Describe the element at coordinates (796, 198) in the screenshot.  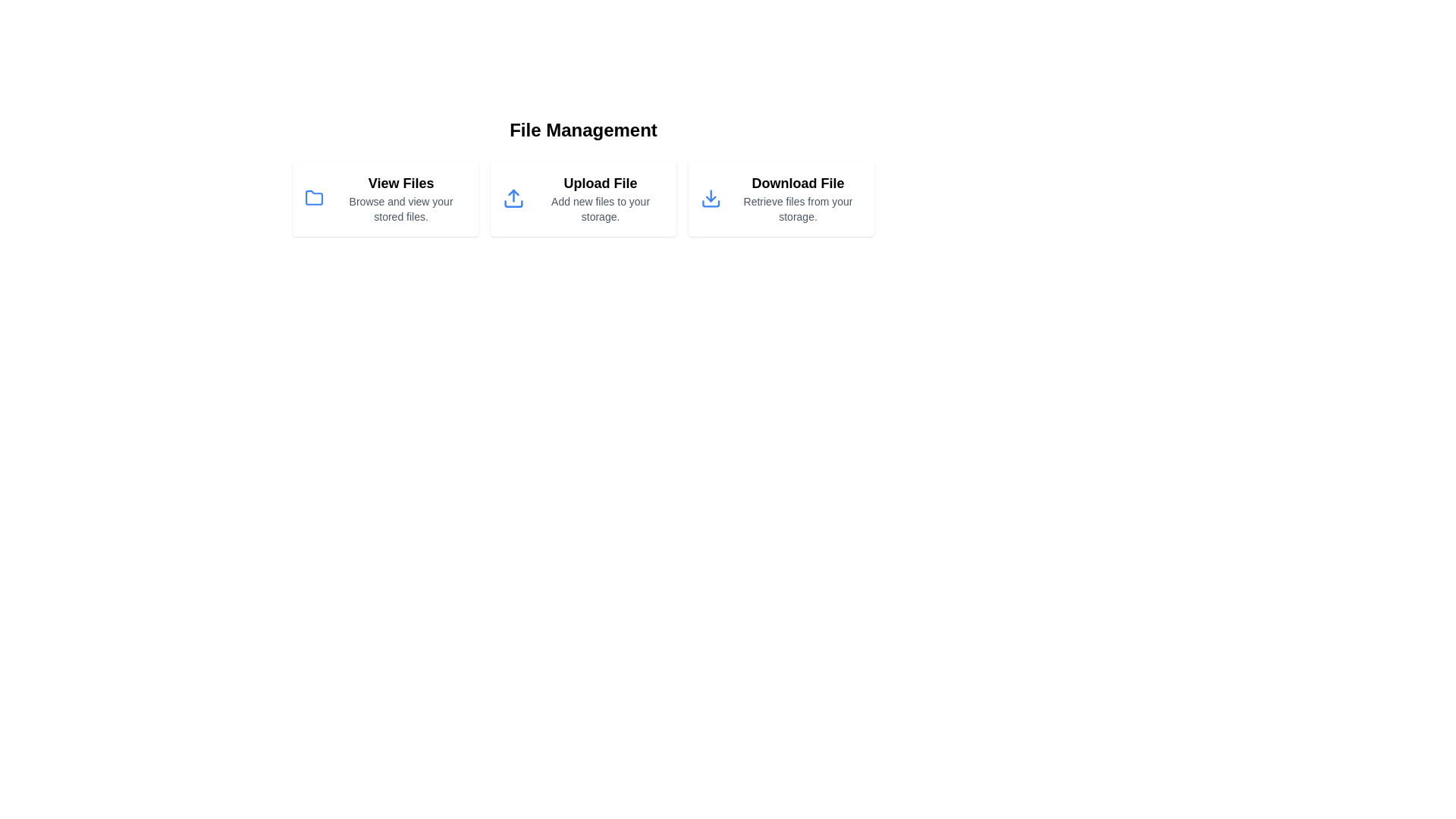
I see `the 'Download File' text label located in the 'File Management' section to interact with adjacent buttons if present` at that location.